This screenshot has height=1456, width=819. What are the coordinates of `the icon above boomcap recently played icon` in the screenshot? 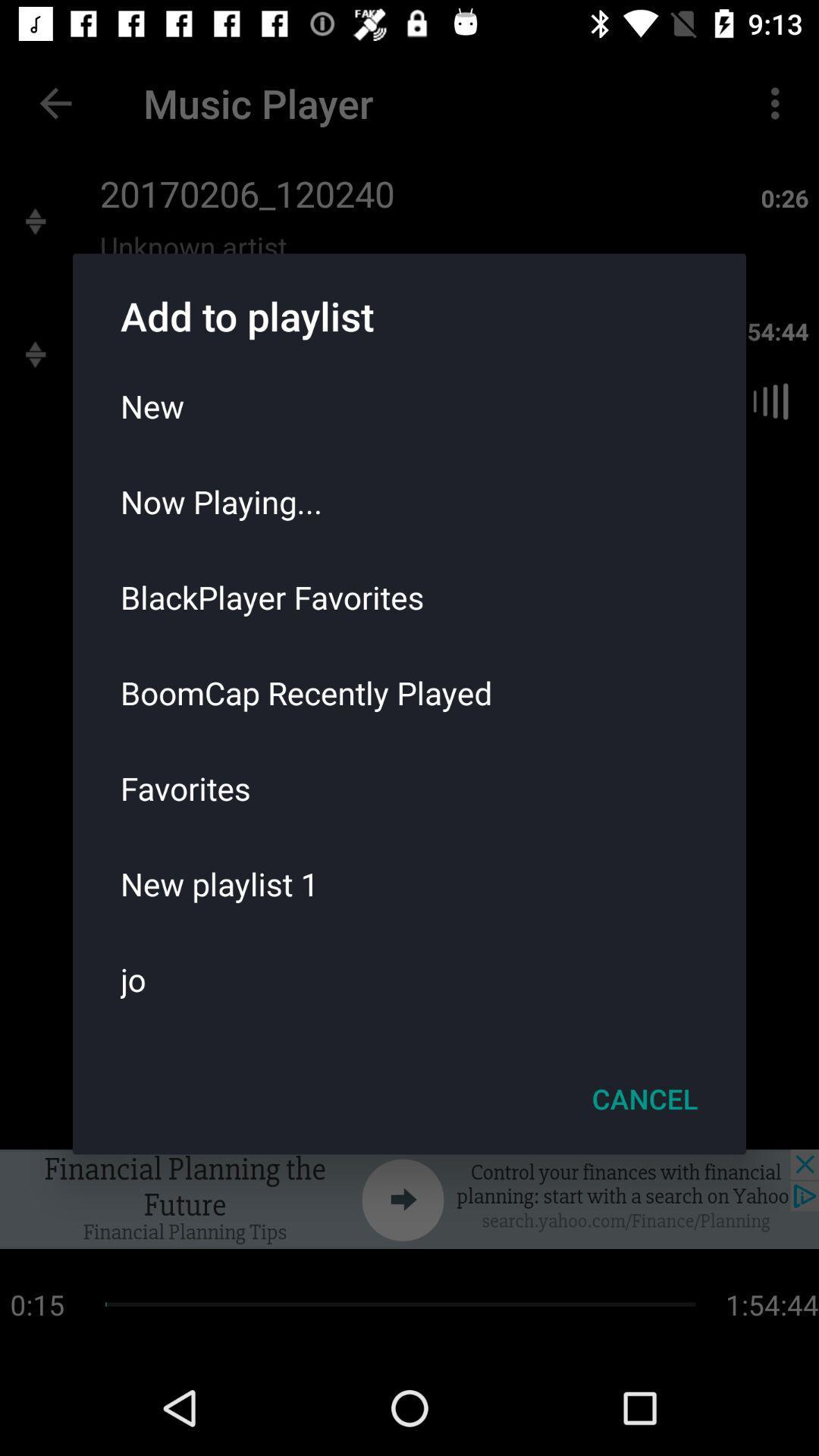 It's located at (409, 596).